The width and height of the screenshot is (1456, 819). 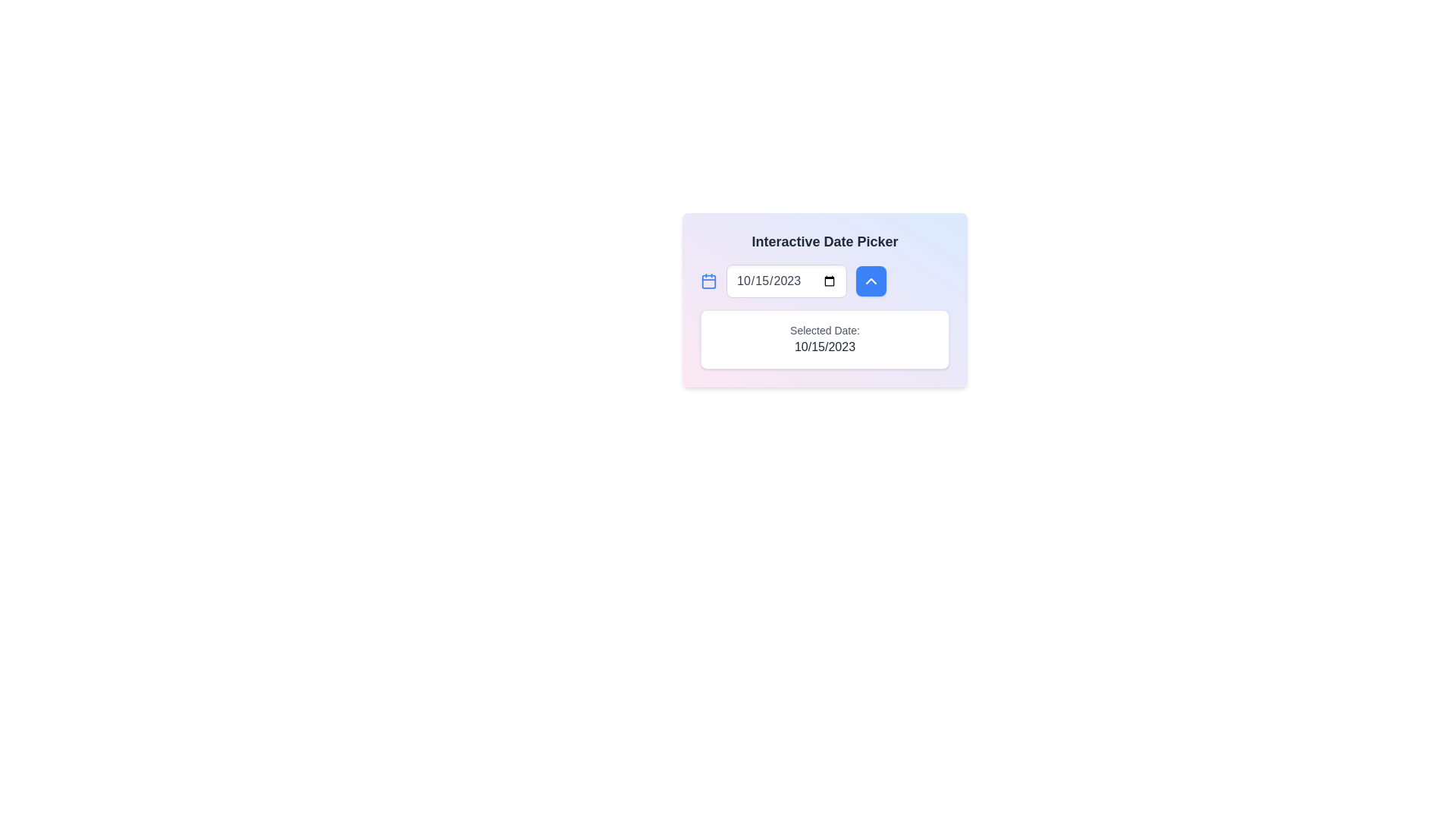 I want to click on the blue calendar icon in the date picker interface, which is the leftmost component in a horizontal layout before the date input field, so click(x=708, y=281).